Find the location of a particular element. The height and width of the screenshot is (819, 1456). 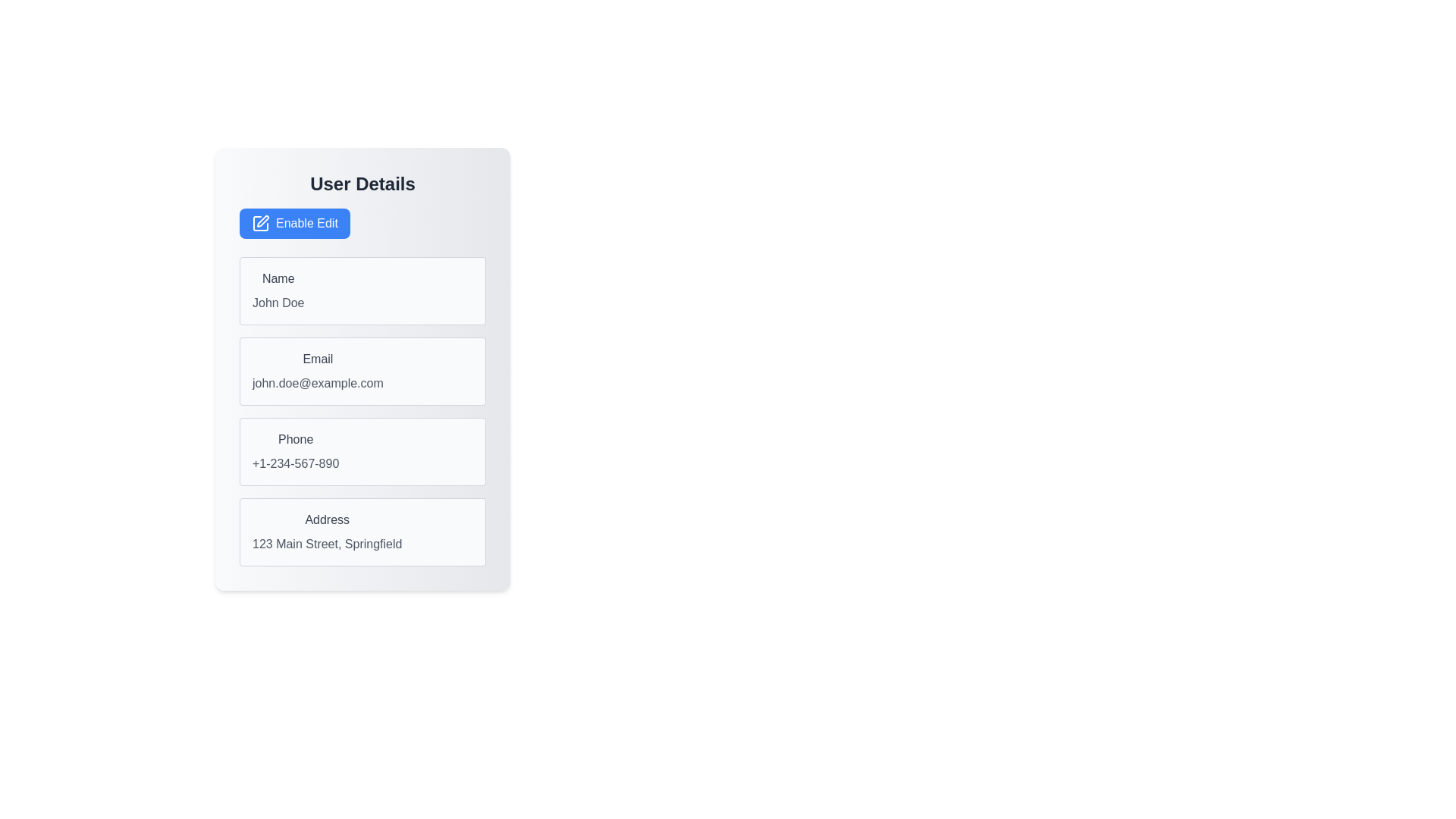

the text label displaying 'Phone', which is styled in a medium font-weight and gray color, positioned above the phone number '+1-234-567-890' is located at coordinates (296, 439).